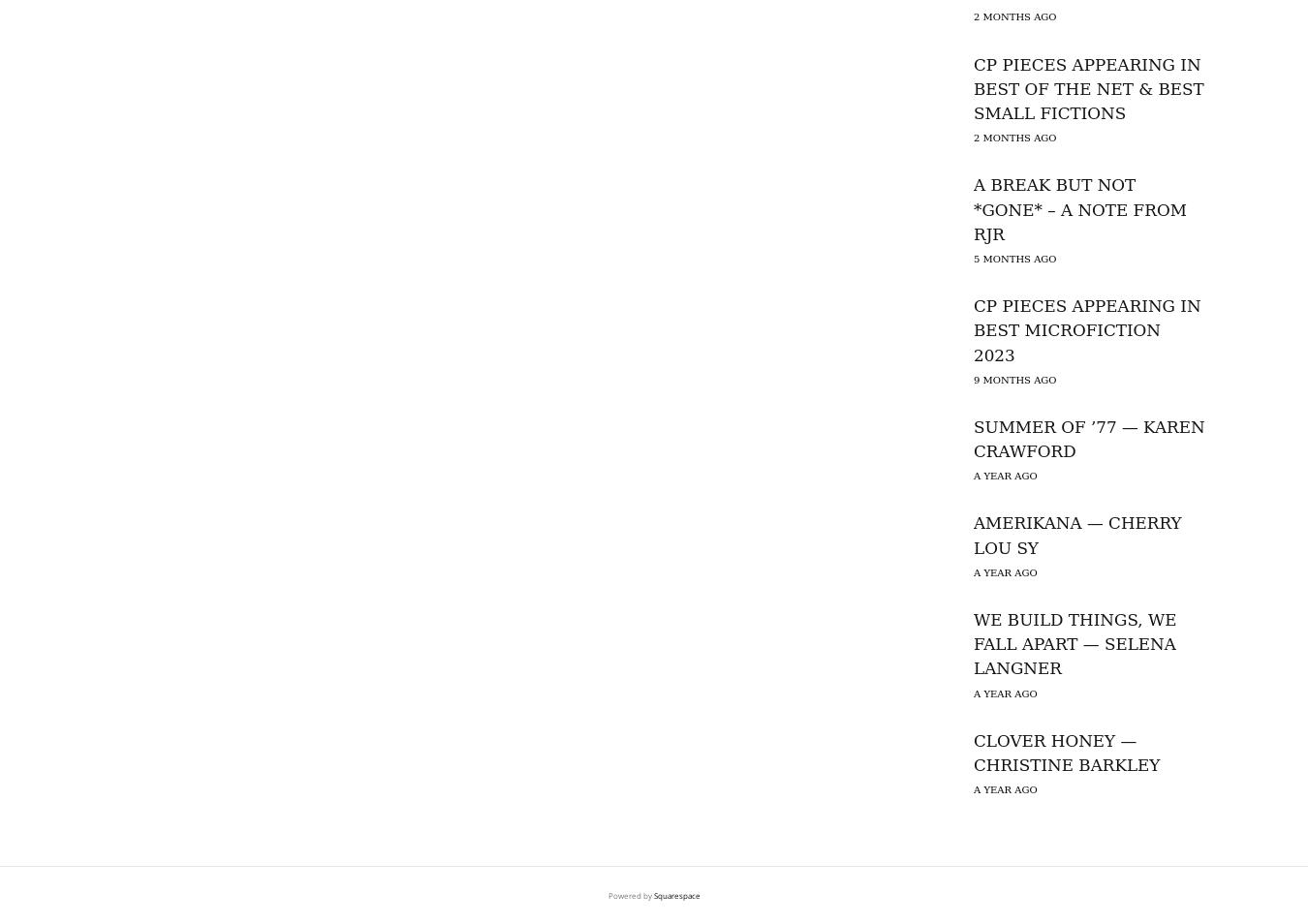 This screenshot has width=1308, height=924. Describe the element at coordinates (972, 534) in the screenshot. I see `'AMERIKANA — CHERRY LOU SY'` at that location.